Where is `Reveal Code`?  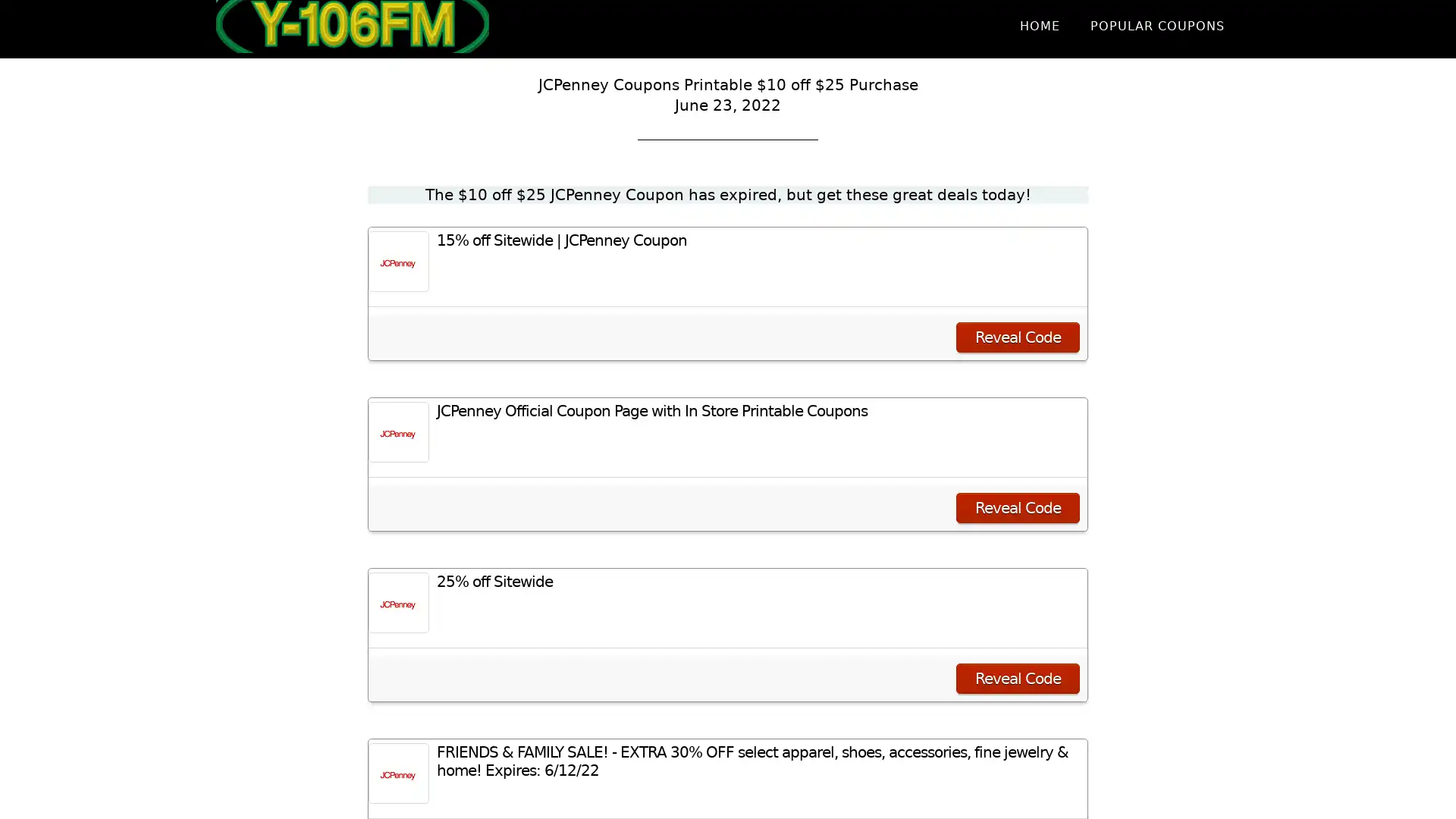
Reveal Code is located at coordinates (1018, 336).